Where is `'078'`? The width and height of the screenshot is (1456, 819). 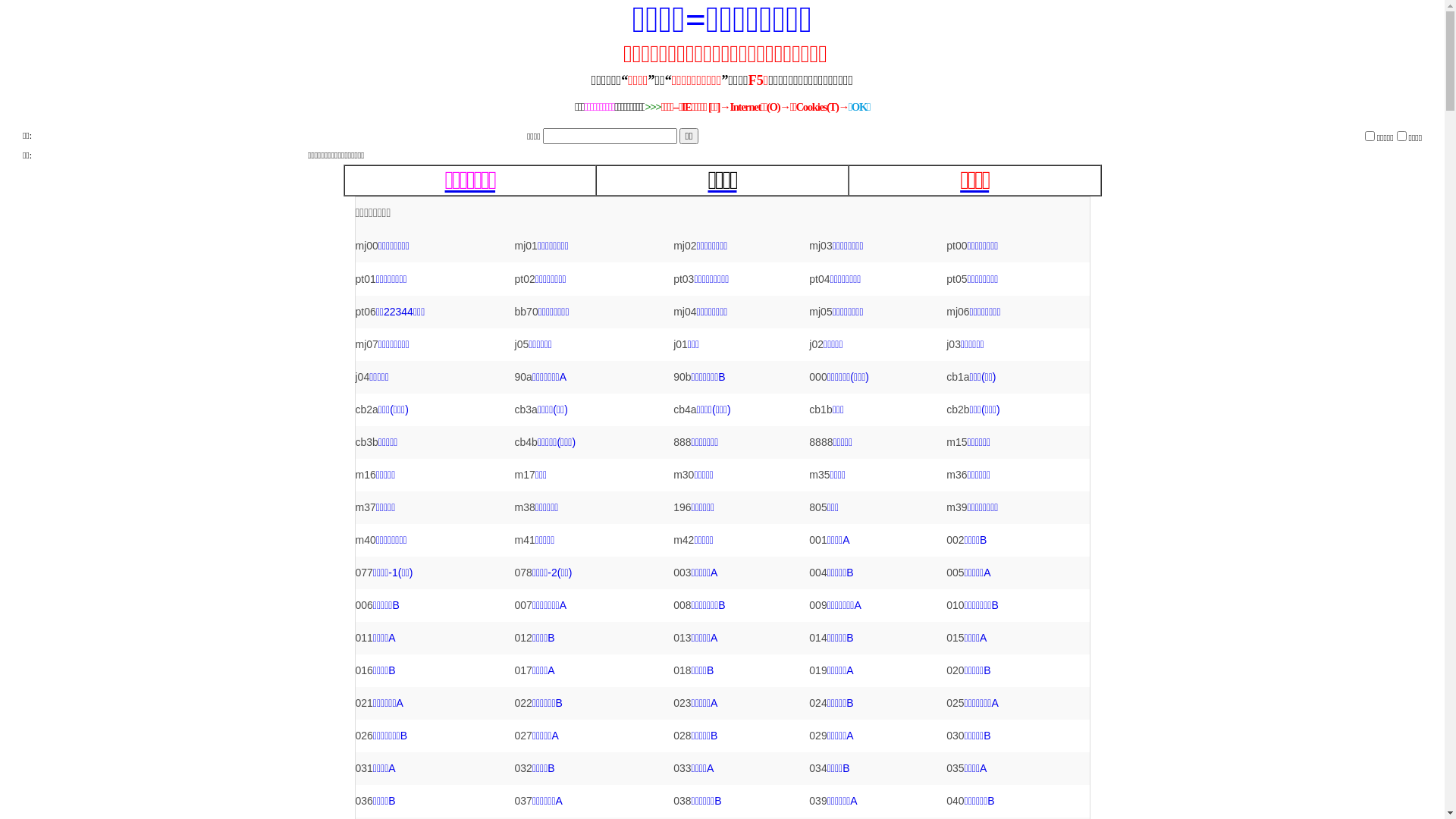 '078' is located at coordinates (523, 573).